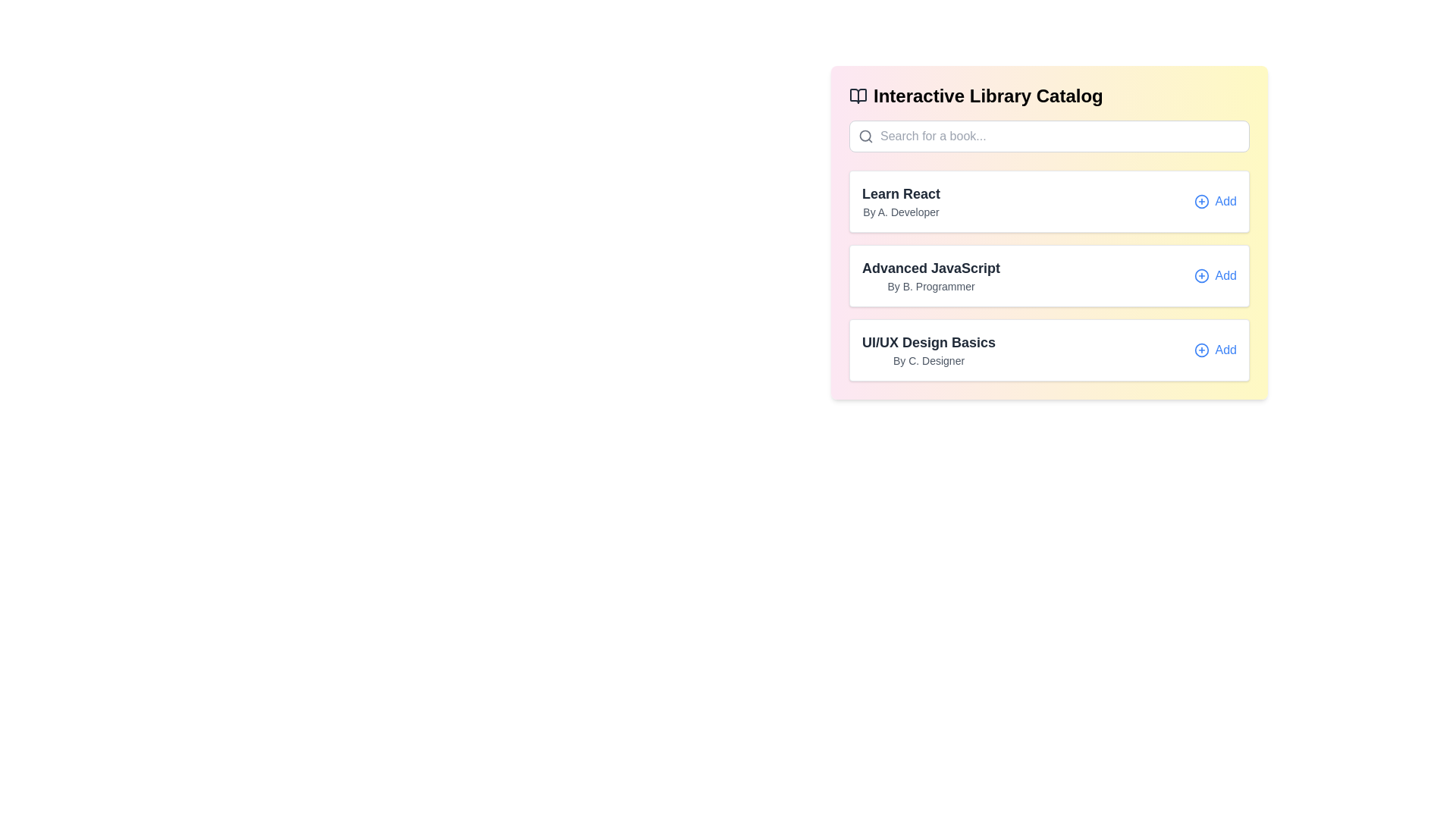 The image size is (1456, 819). Describe the element at coordinates (927, 342) in the screenshot. I see `text label displaying 'UI/UX Design Basics' located in the lower third of the catalog interface, which is part of a book listing` at that location.